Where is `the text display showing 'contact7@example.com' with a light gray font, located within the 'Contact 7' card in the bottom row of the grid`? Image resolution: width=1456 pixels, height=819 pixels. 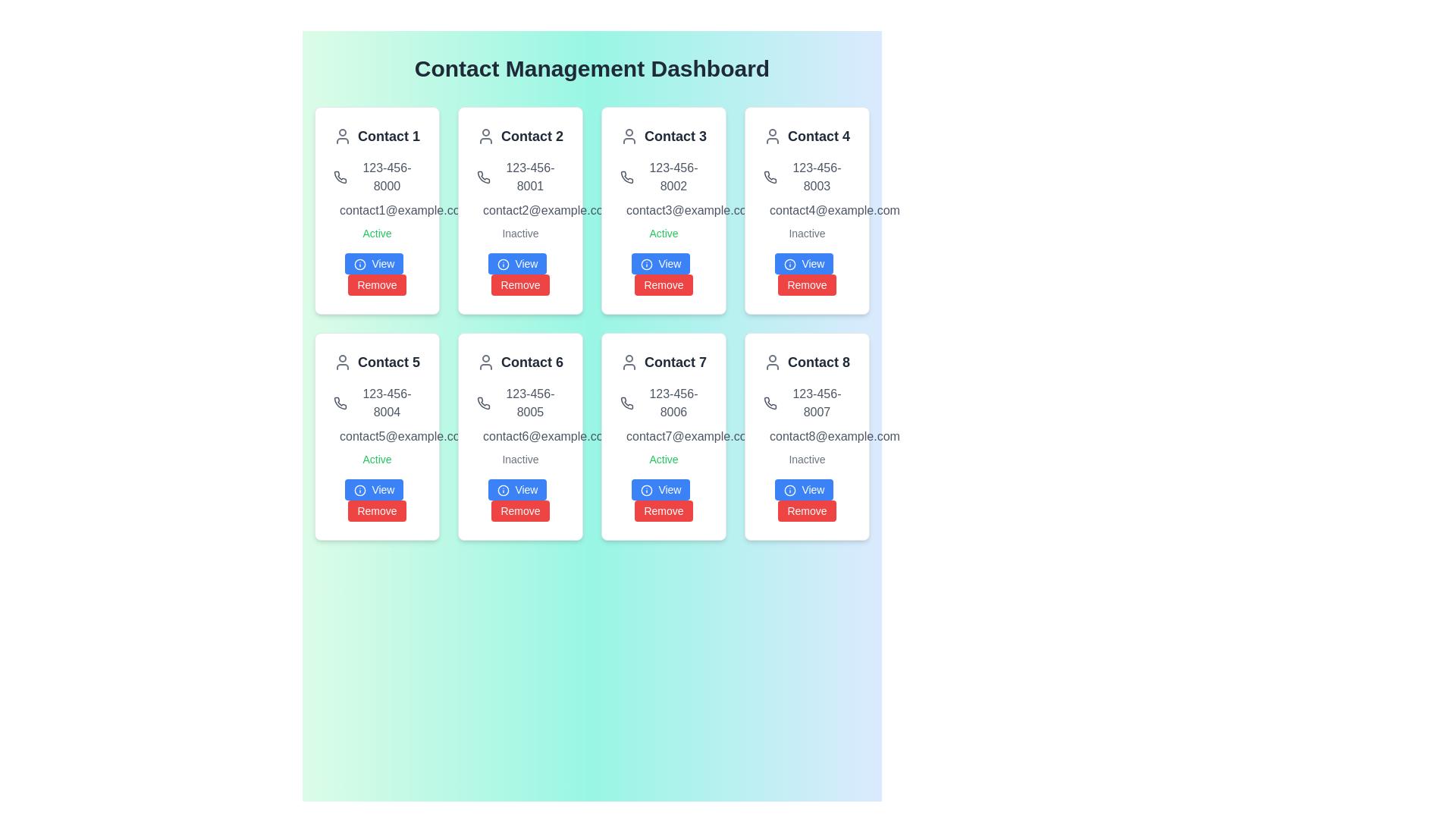
the text display showing 'contact7@example.com' with a light gray font, located within the 'Contact 7' card in the bottom row of the grid is located at coordinates (664, 436).